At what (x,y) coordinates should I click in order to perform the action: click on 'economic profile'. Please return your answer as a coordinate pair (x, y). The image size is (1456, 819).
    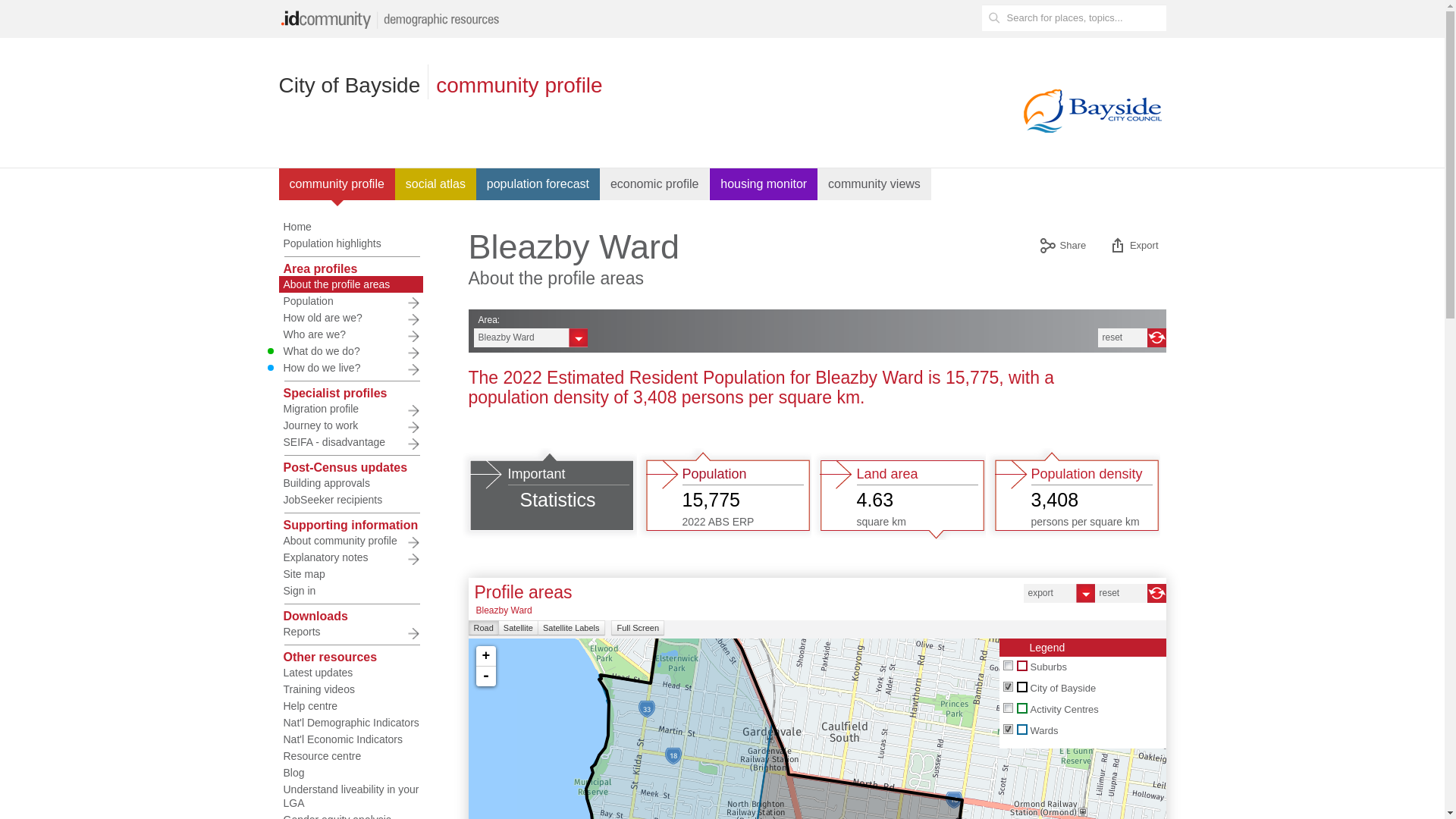
    Looking at the image, I should click on (655, 184).